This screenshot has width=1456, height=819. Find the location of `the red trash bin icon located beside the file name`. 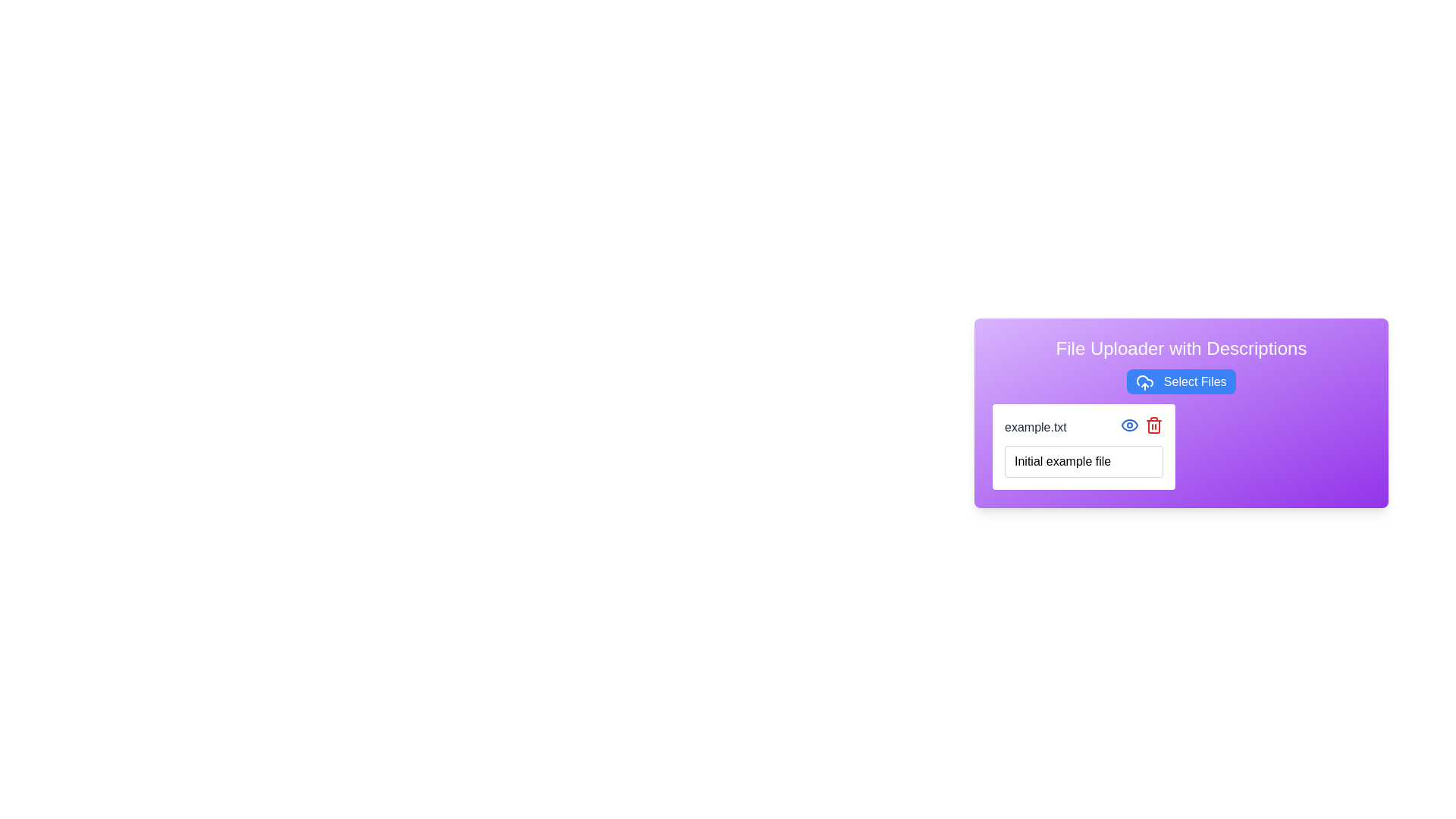

the red trash bin icon located beside the file name is located at coordinates (1153, 424).